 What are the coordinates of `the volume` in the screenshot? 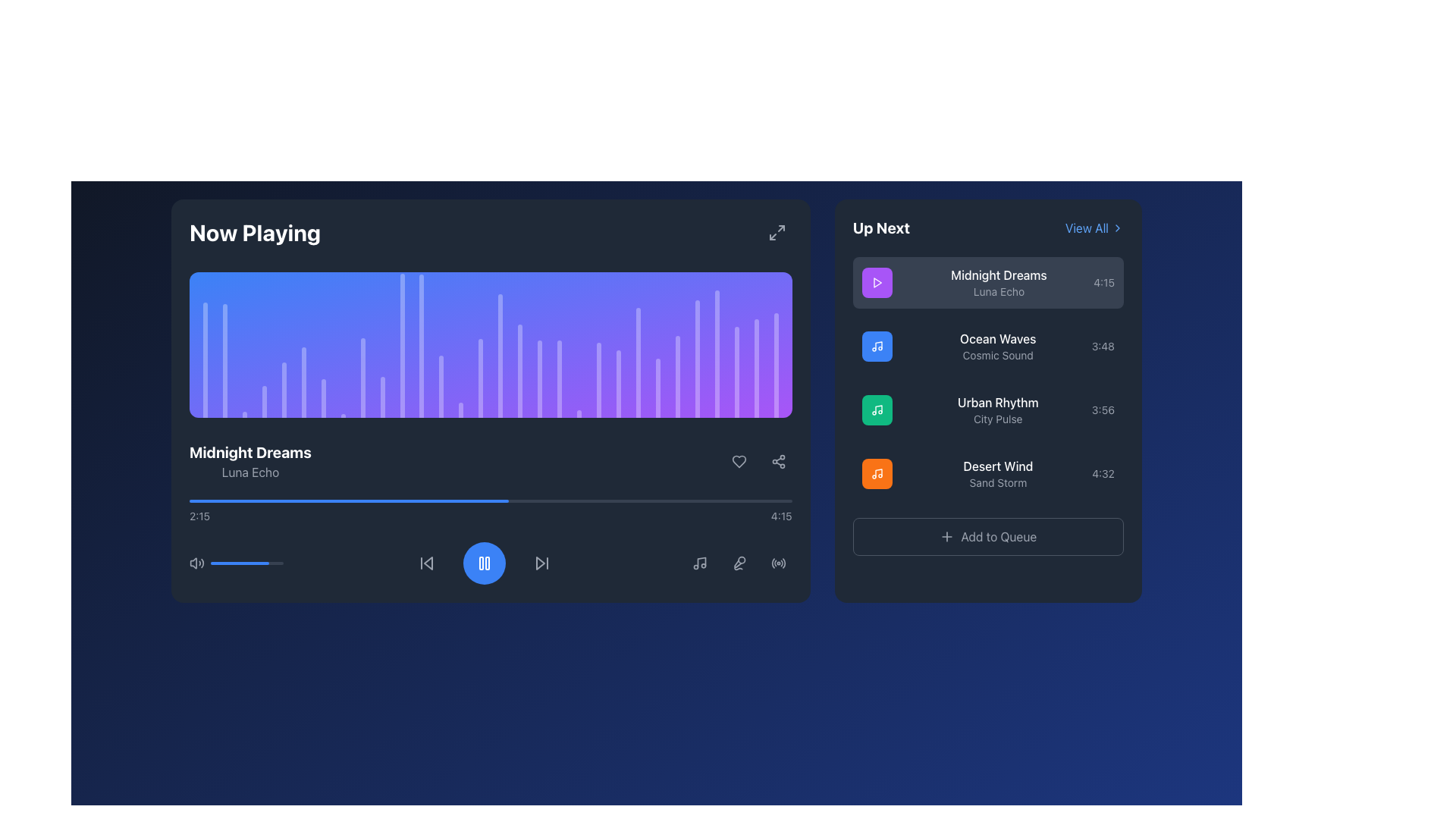 It's located at (246, 563).